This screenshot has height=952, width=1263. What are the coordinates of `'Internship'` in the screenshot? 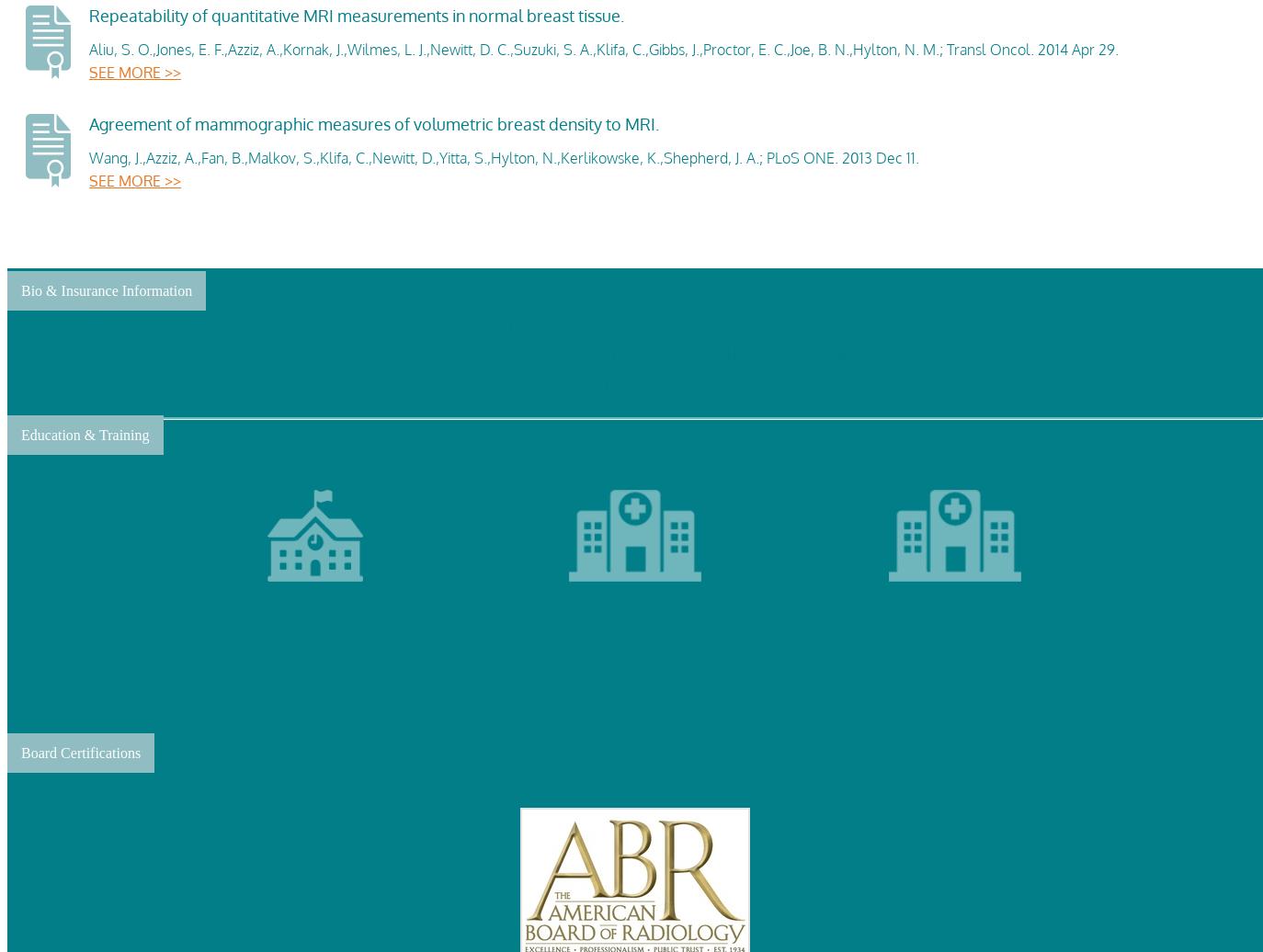 It's located at (633, 687).